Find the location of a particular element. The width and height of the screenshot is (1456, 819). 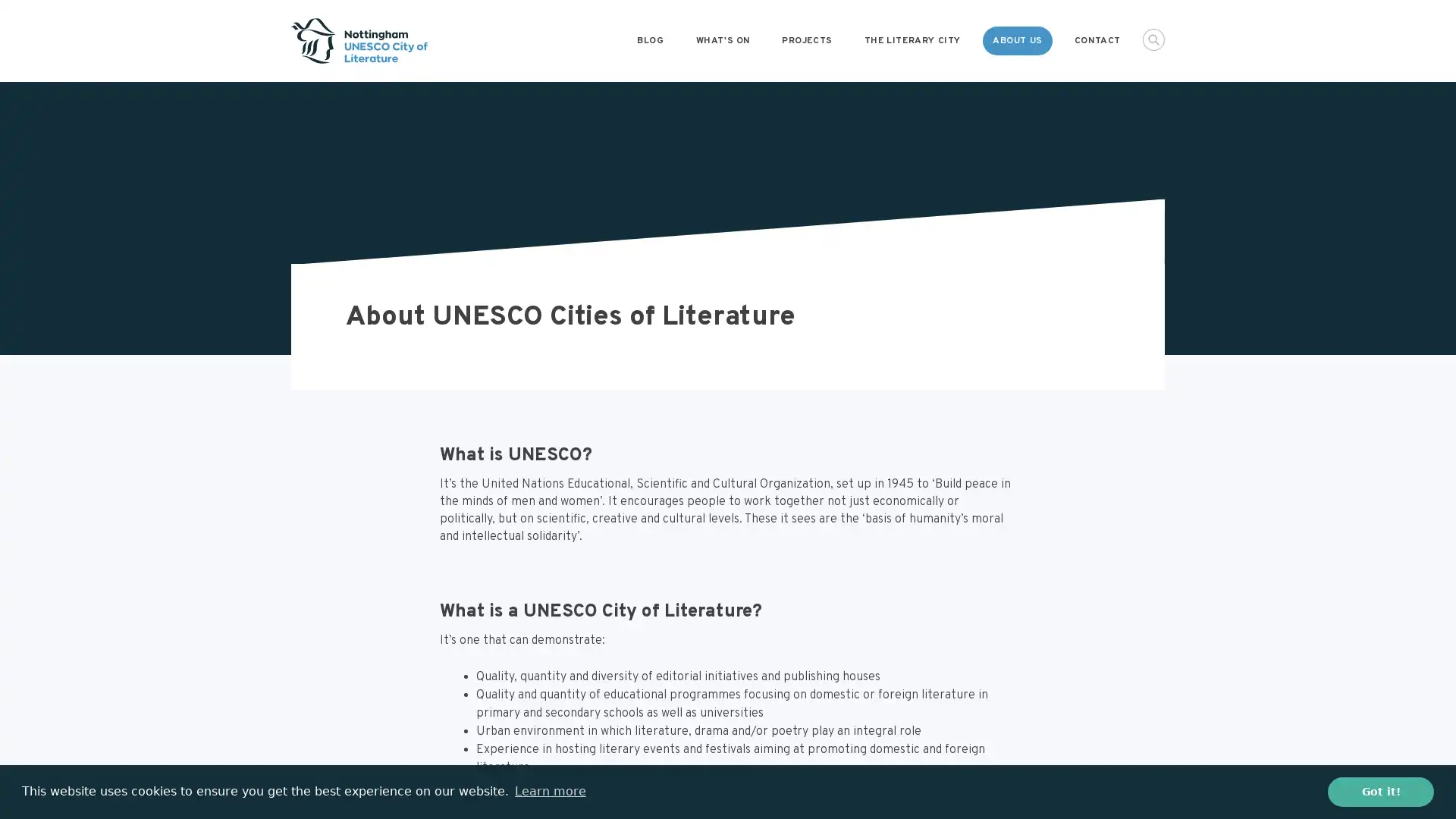

learn more about cookies is located at coordinates (549, 791).